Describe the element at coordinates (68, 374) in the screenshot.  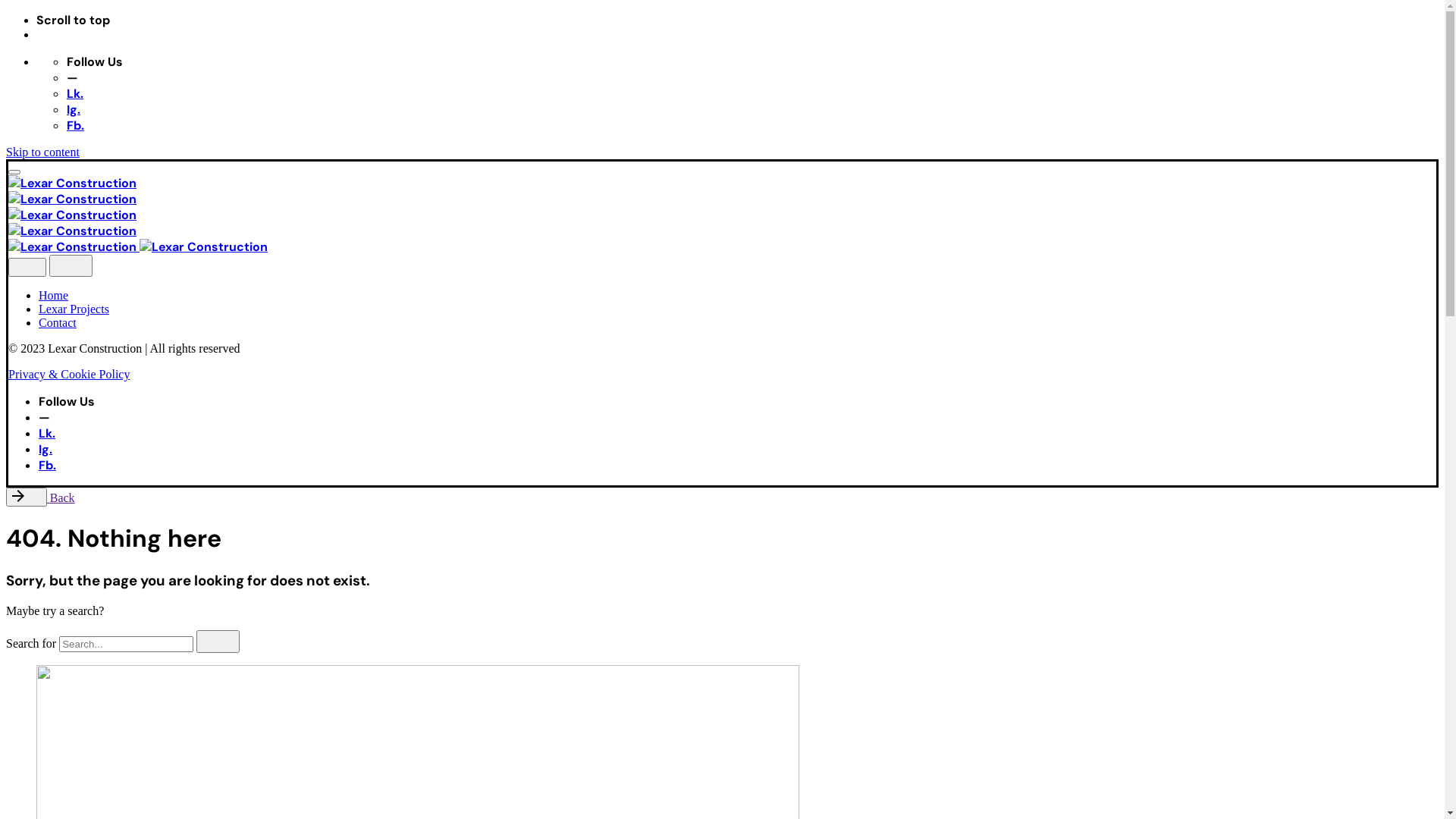
I see `'Privacy & Cookie Policy'` at that location.